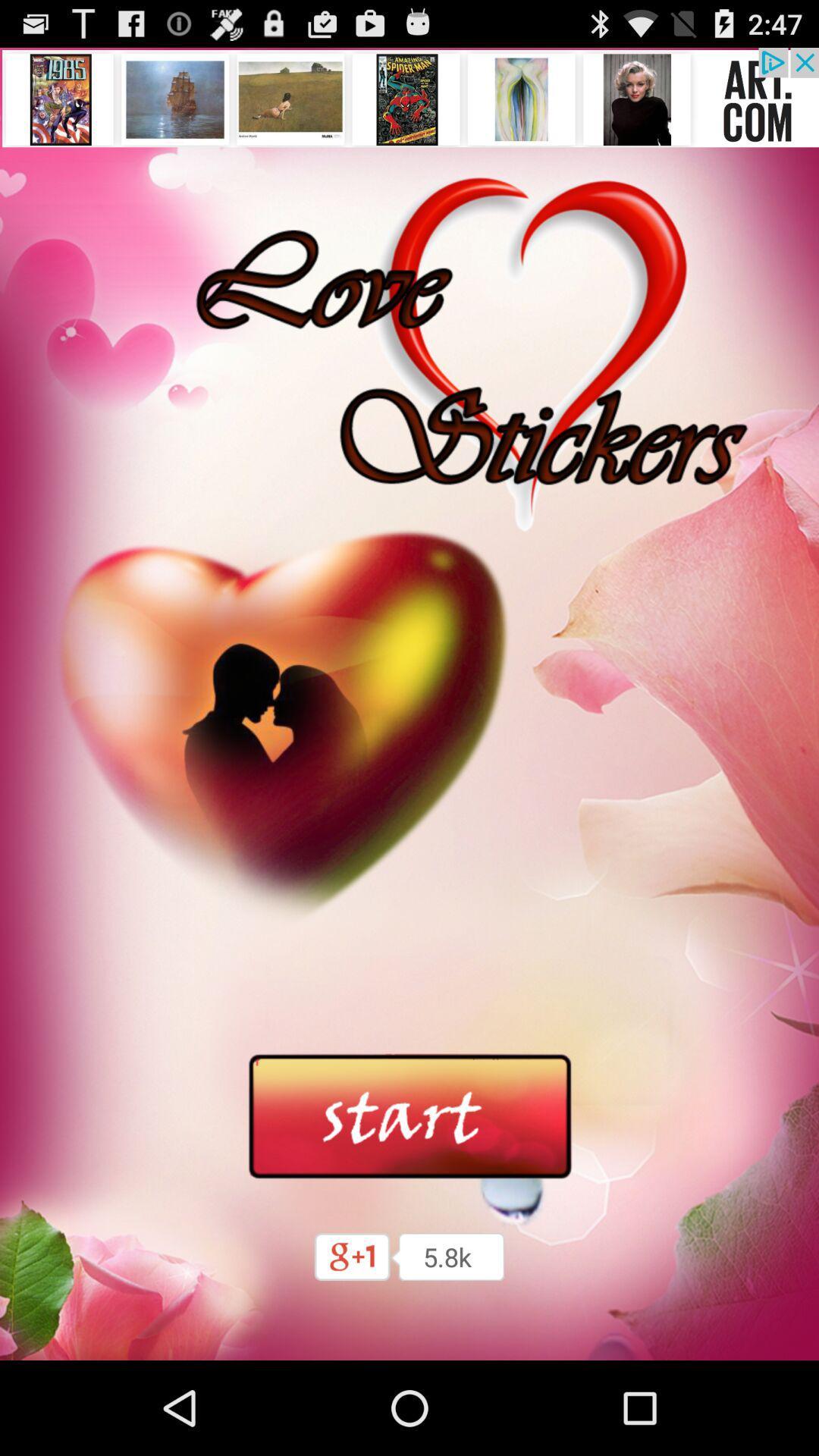  Describe the element at coordinates (409, 1117) in the screenshot. I see `start application` at that location.